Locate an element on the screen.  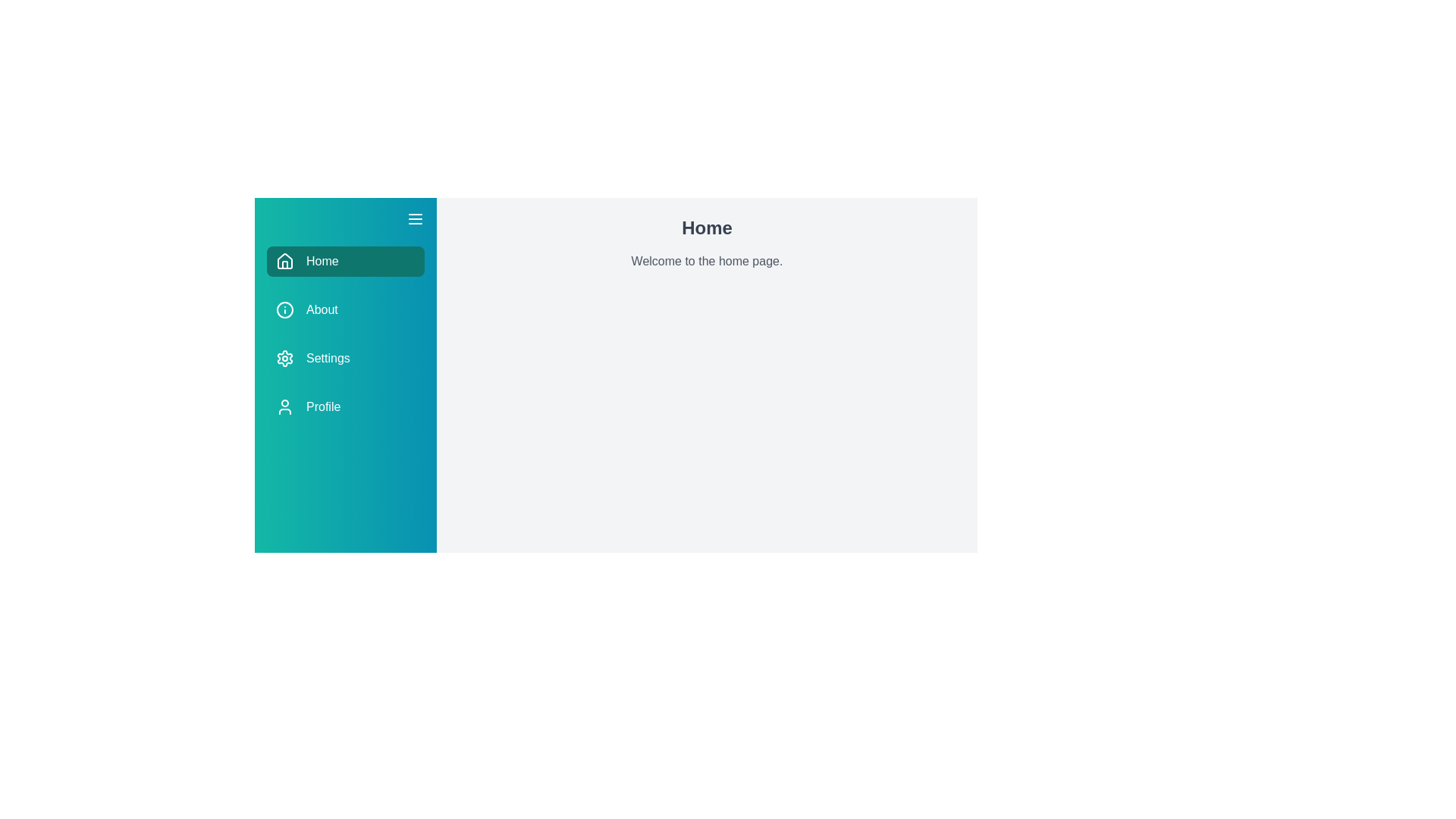
the menu item Profile to trigger its hover effect is located at coordinates (345, 406).